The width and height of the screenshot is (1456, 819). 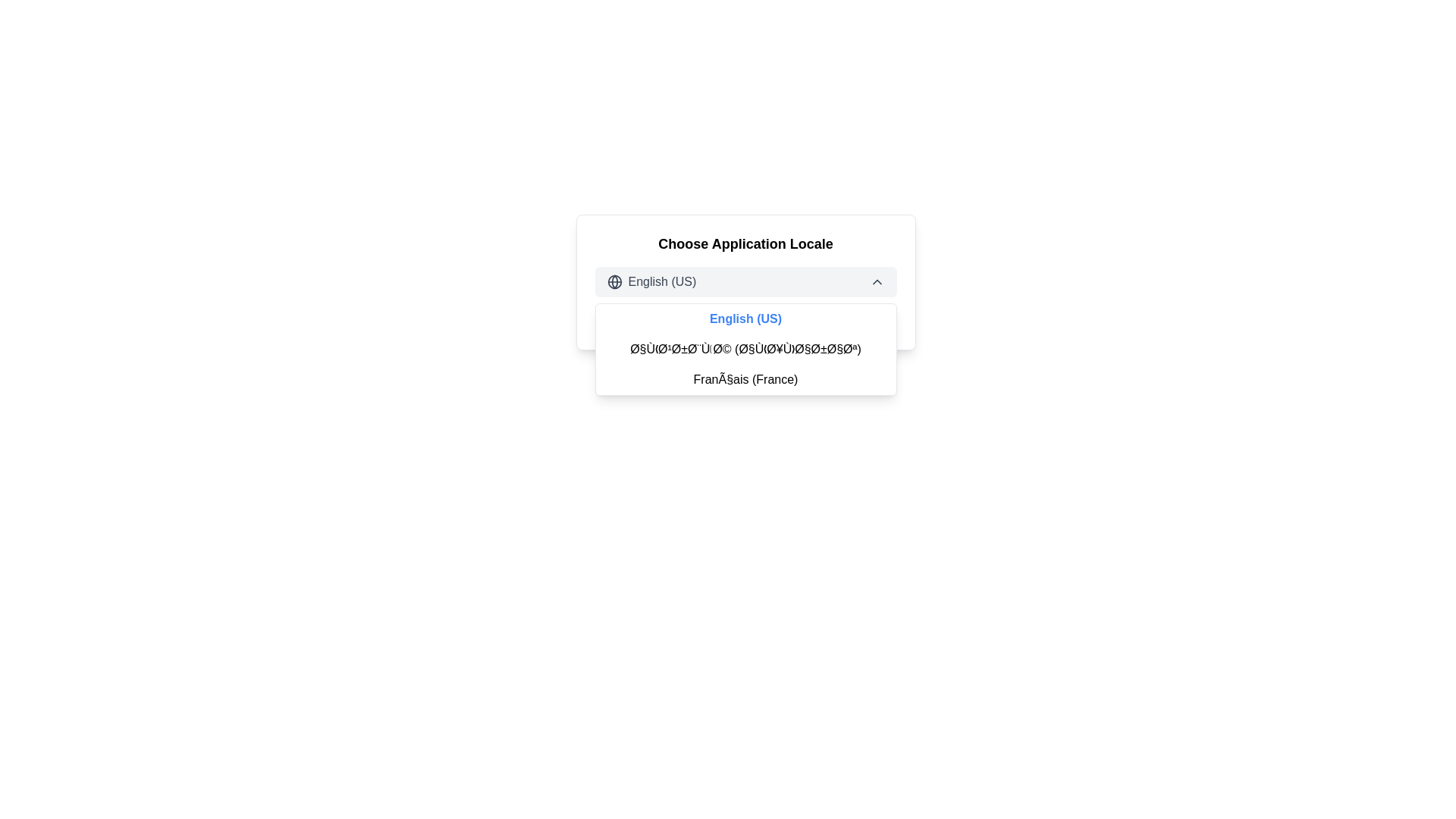 I want to click on the small globe icon located on the left side of the 'English (US)' text in the language selector interface, so click(x=614, y=281).